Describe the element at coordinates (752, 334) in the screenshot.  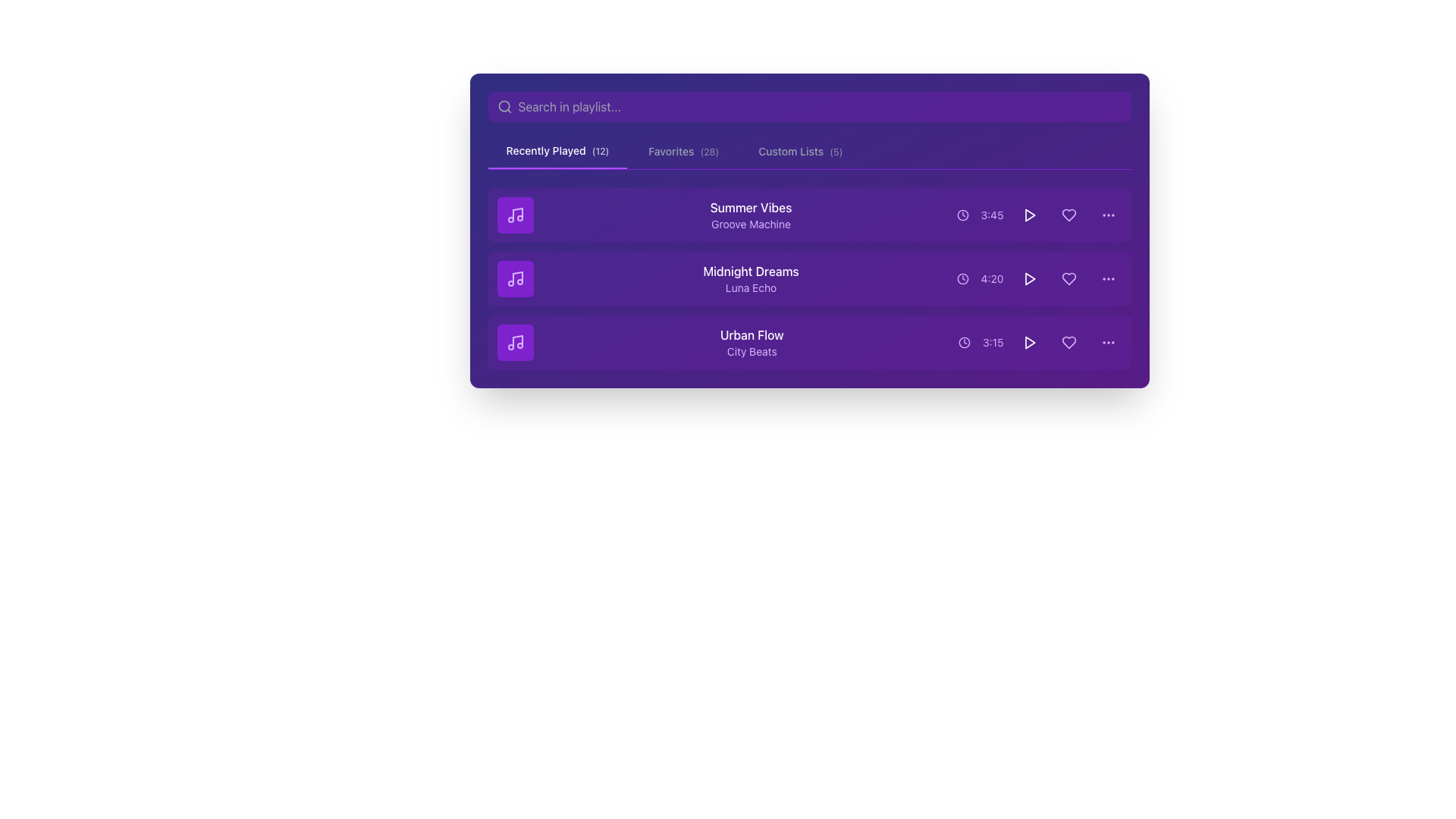
I see `title text of the third list item in the 'Recently Played' section, which is aligned to the left and indicates the main label of the item` at that location.